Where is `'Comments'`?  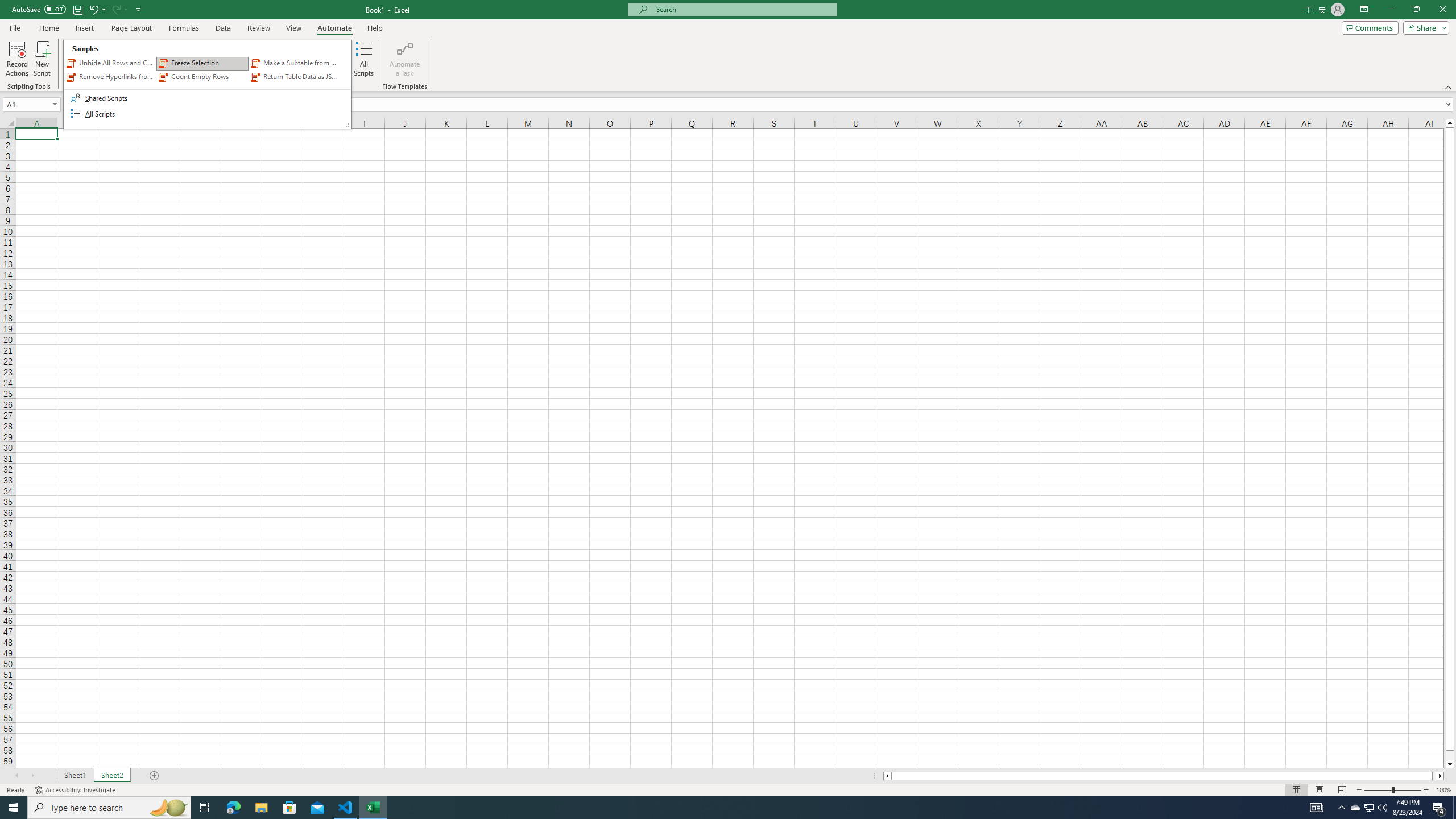 'Comments' is located at coordinates (1370, 27).